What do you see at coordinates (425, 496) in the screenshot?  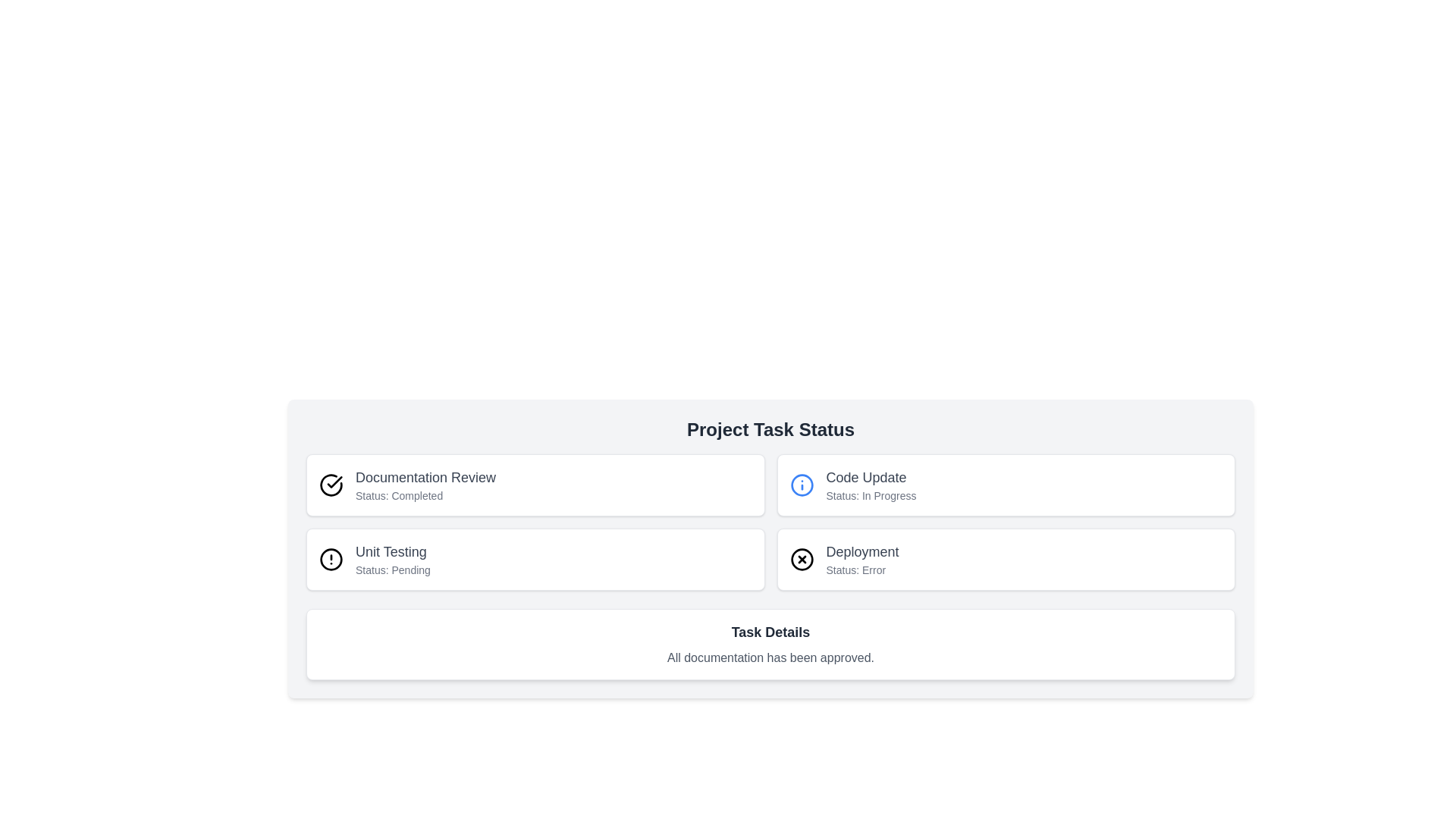 I see `informational static text label indicating the current status of the 'Documentation Review' task, which is marked as 'Completed'` at bounding box center [425, 496].